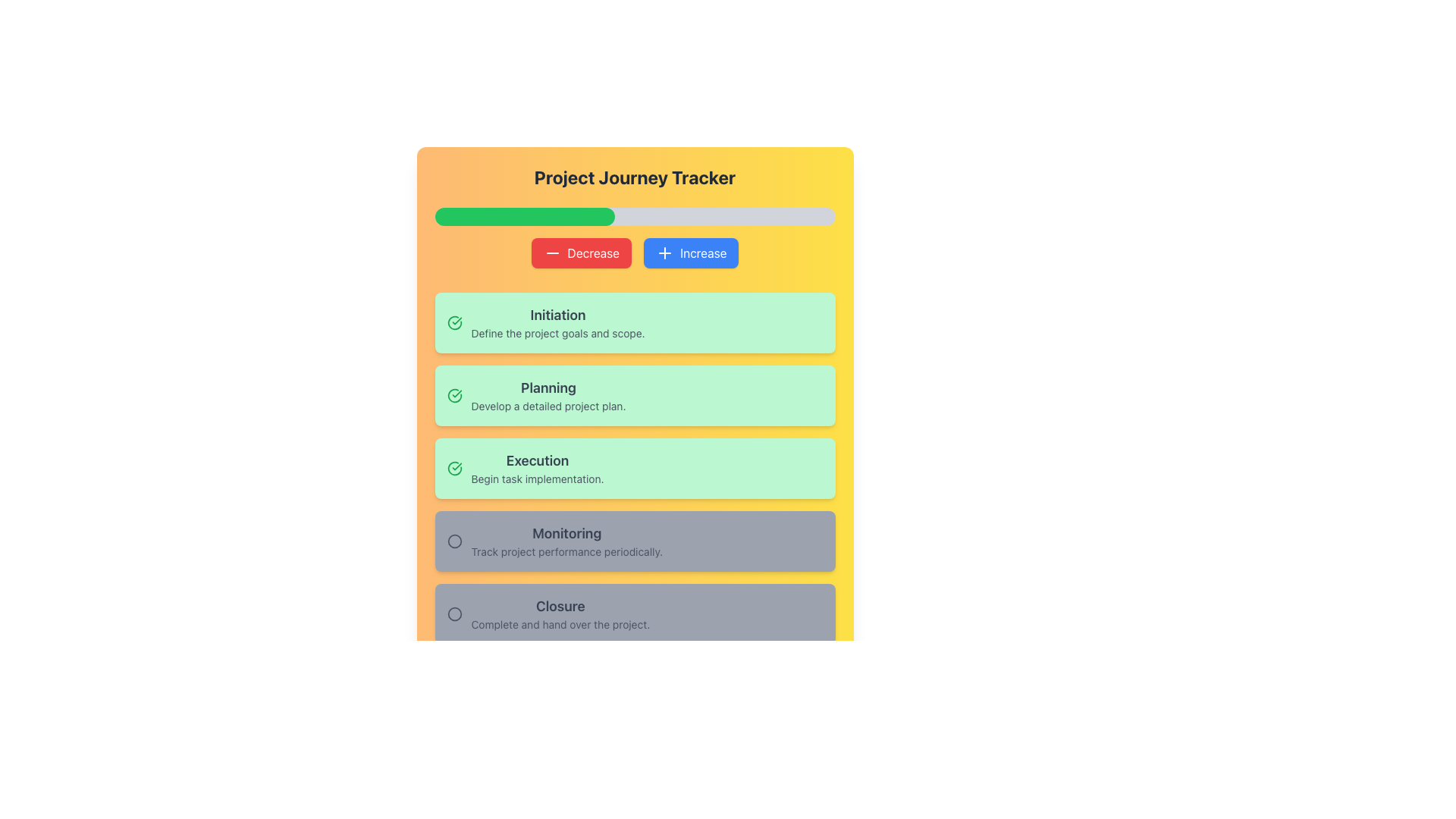 This screenshot has height=819, width=1456. Describe the element at coordinates (548, 406) in the screenshot. I see `the text block displaying 'Develop a detailed project plan.' located below the 'Planning' title in a light green rectangular section` at that location.